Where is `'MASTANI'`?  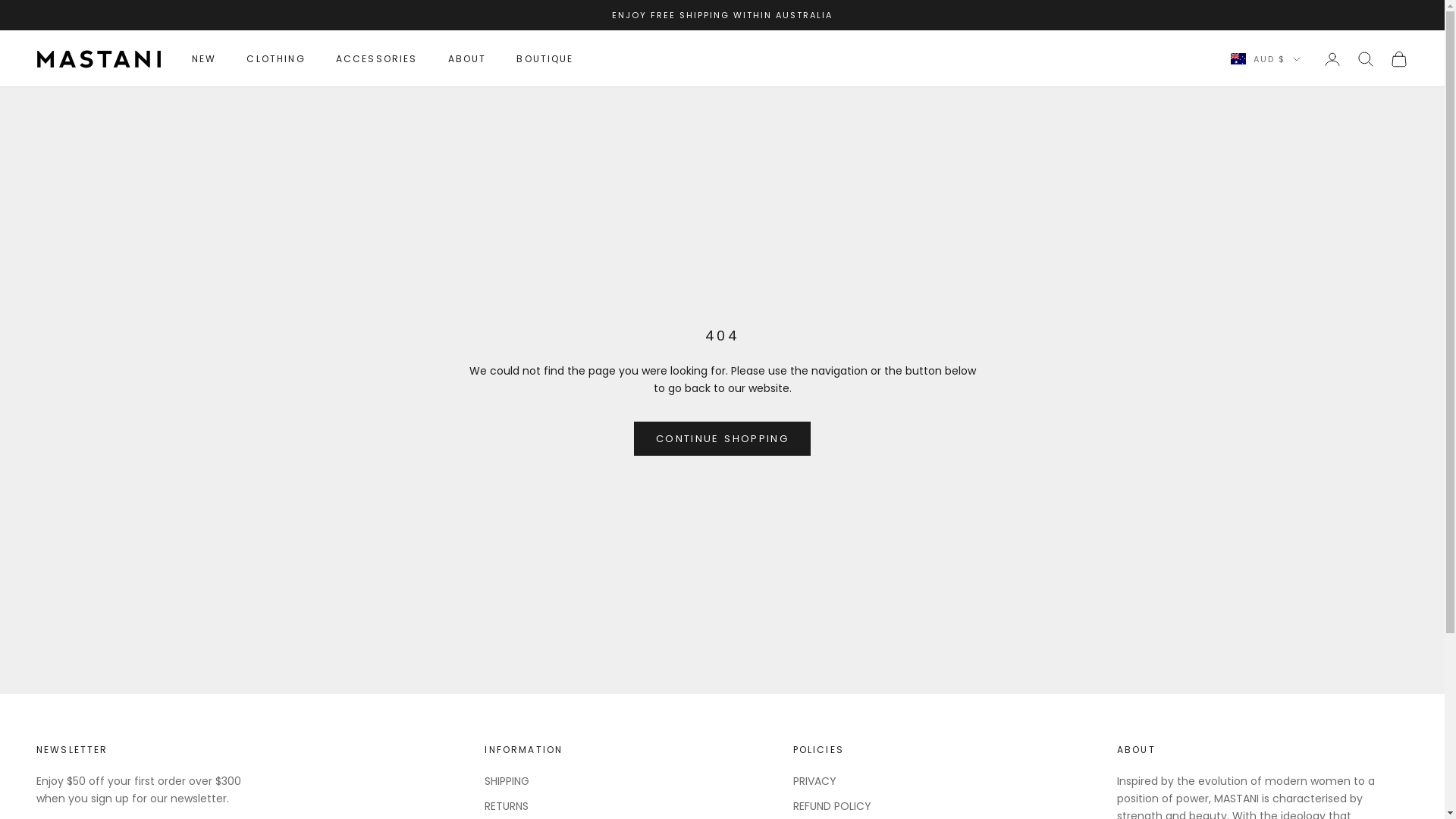
'MASTANI' is located at coordinates (98, 58).